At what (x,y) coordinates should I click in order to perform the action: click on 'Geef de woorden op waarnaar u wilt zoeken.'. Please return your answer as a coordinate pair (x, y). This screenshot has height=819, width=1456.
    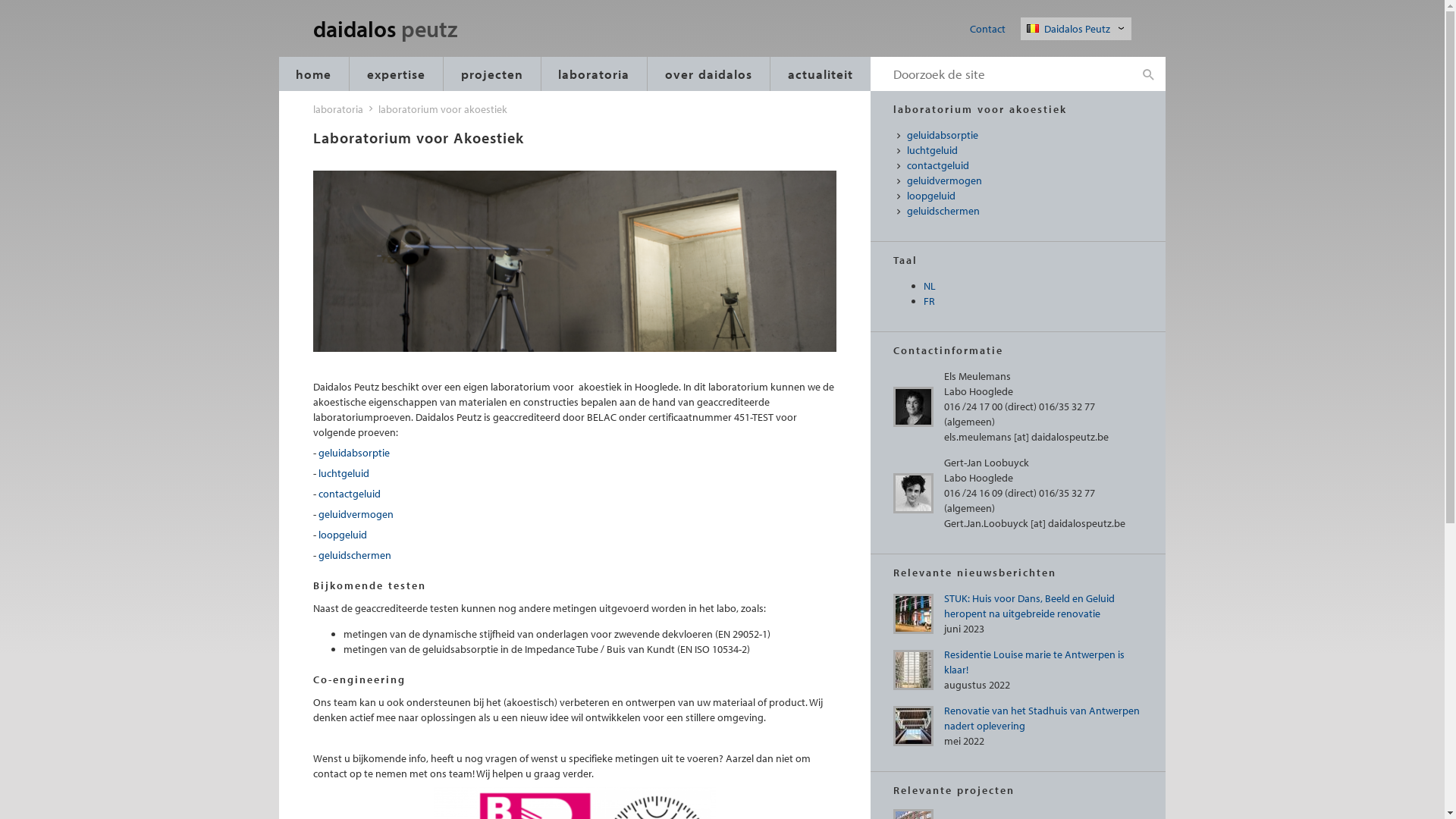
    Looking at the image, I should click on (1001, 74).